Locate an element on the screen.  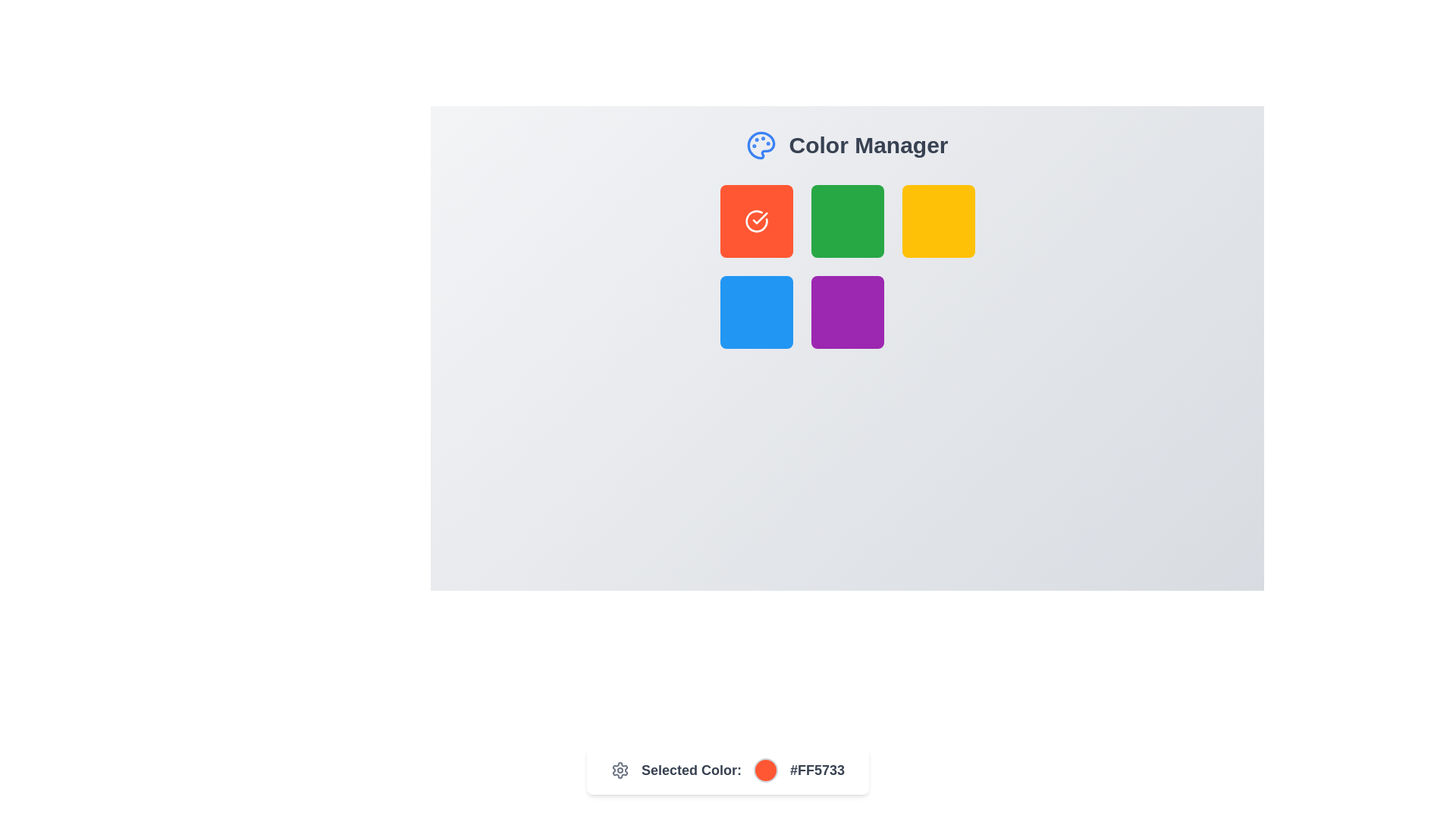
the gear outline within the settings icon represented as a vector graphic in the SVG element, located at the top-right corner of the interface is located at coordinates (620, 770).